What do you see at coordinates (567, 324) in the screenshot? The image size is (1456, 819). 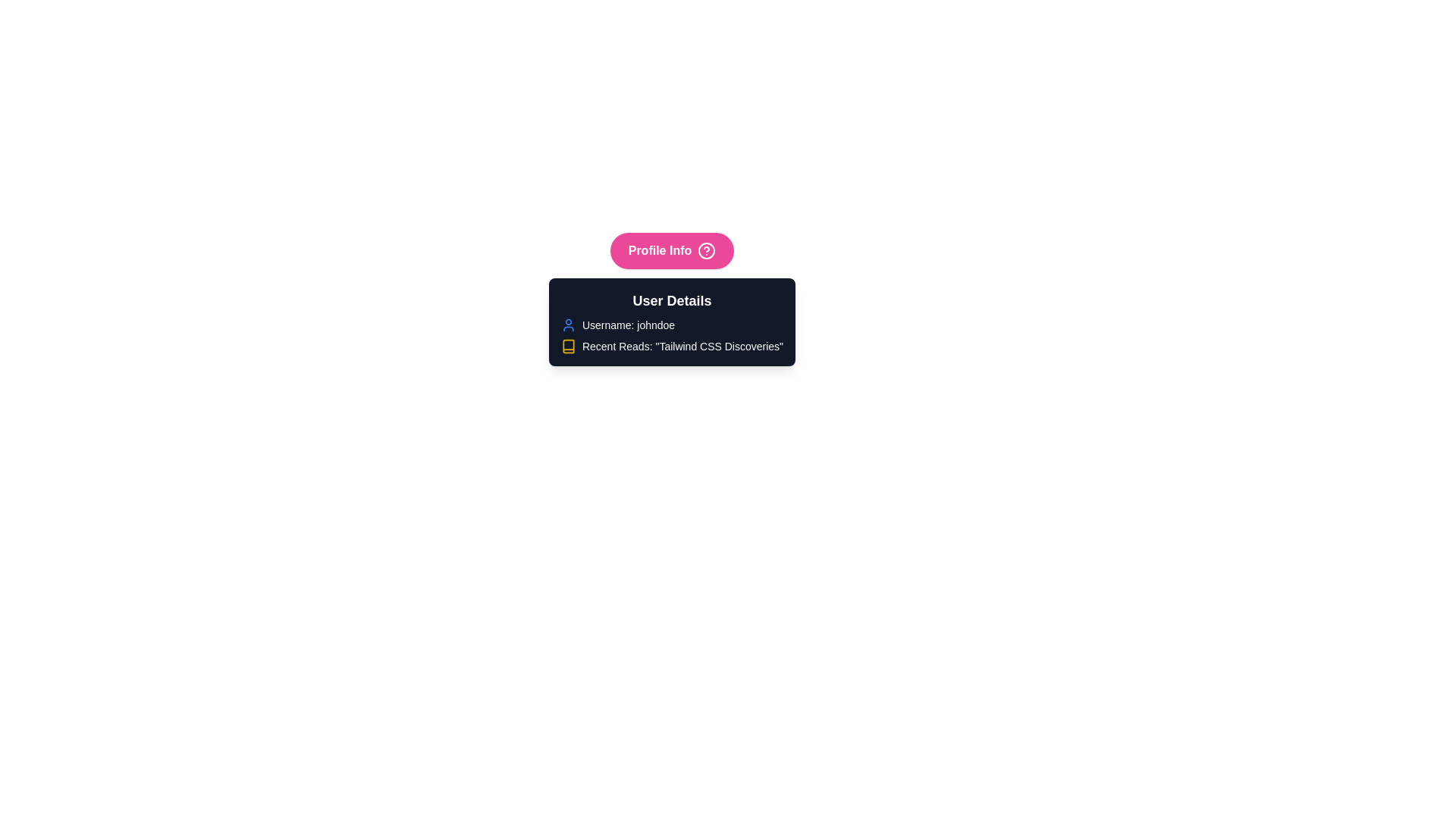 I see `the user profile icon located to the left of the username text 'Username: johndoe' in the 'User Details' section` at bounding box center [567, 324].